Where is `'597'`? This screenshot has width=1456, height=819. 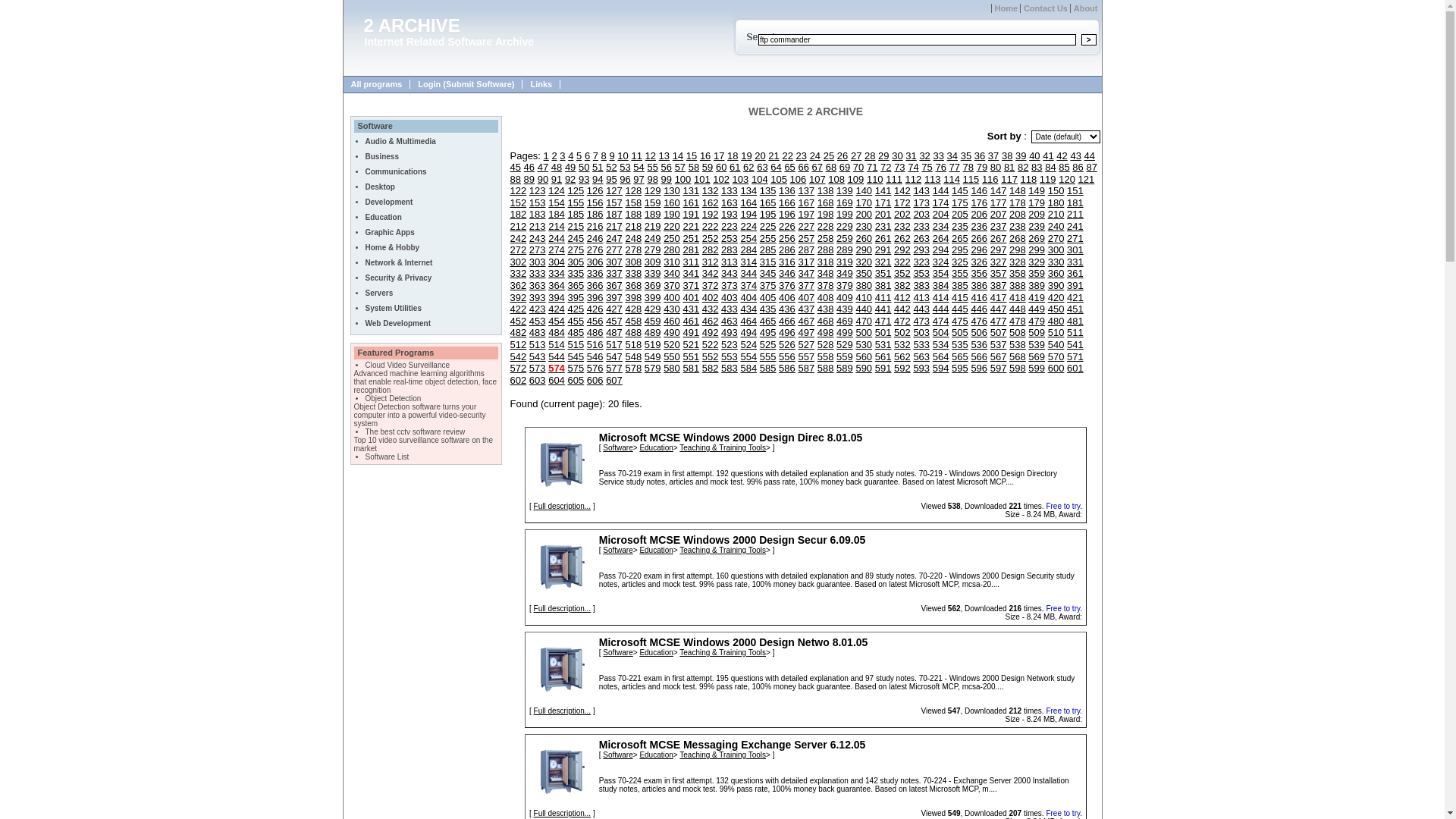
'597' is located at coordinates (990, 368).